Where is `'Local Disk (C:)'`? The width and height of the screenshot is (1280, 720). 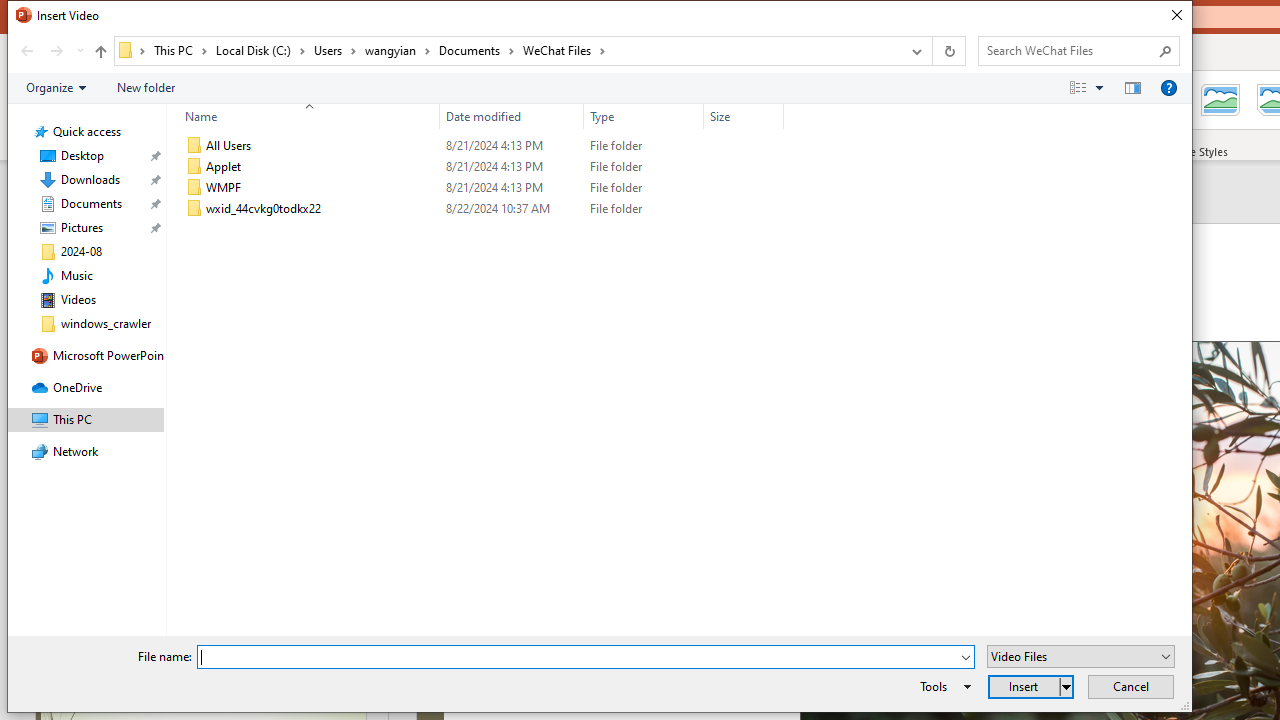 'Local Disk (C:)' is located at coordinates (260, 49).